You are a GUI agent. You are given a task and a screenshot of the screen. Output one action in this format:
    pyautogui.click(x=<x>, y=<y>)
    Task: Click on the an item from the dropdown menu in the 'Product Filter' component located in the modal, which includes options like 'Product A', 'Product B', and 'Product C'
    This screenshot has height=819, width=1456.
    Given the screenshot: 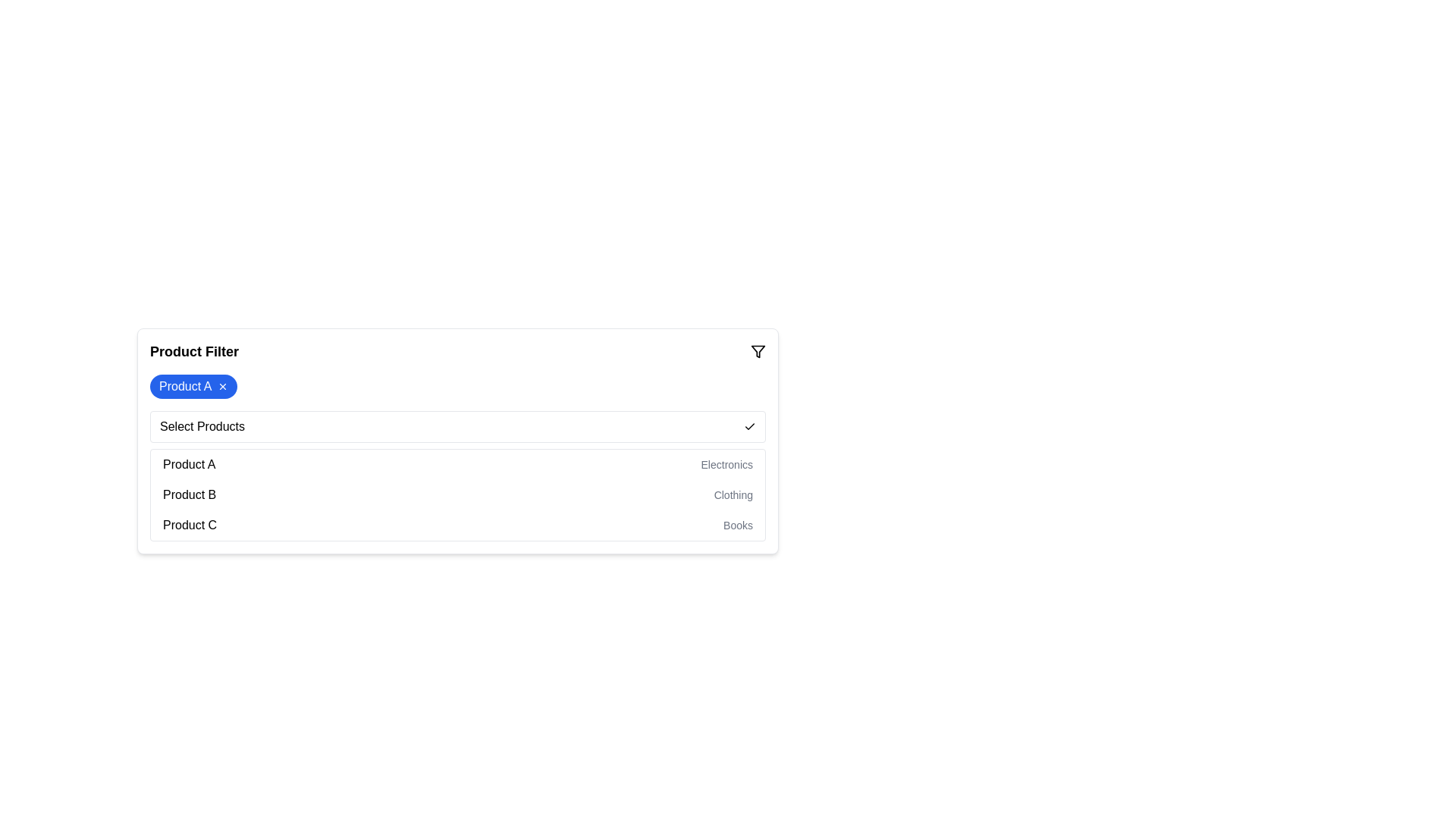 What is the action you would take?
    pyautogui.click(x=457, y=441)
    